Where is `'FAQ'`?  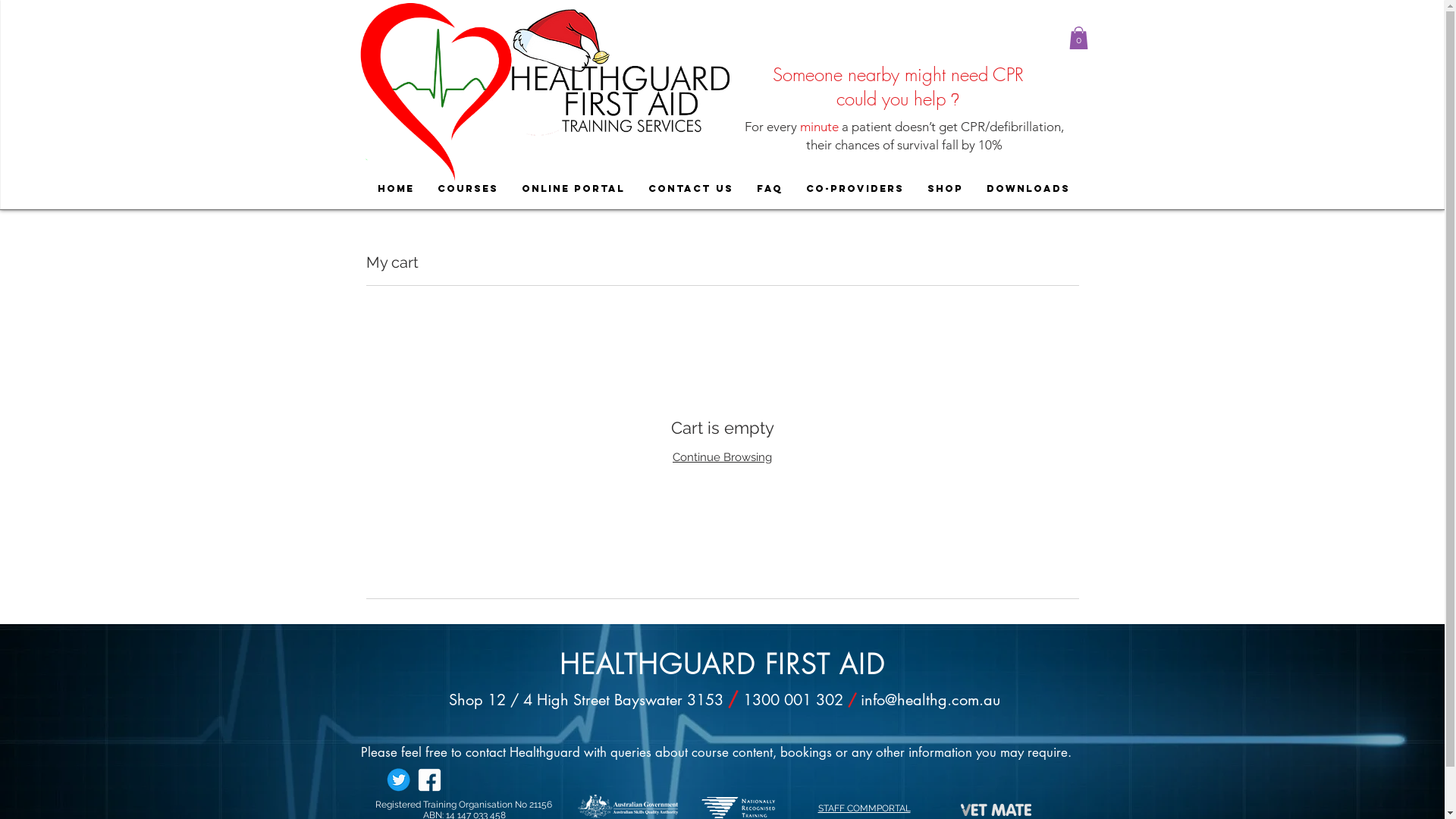 'FAQ' is located at coordinates (769, 187).